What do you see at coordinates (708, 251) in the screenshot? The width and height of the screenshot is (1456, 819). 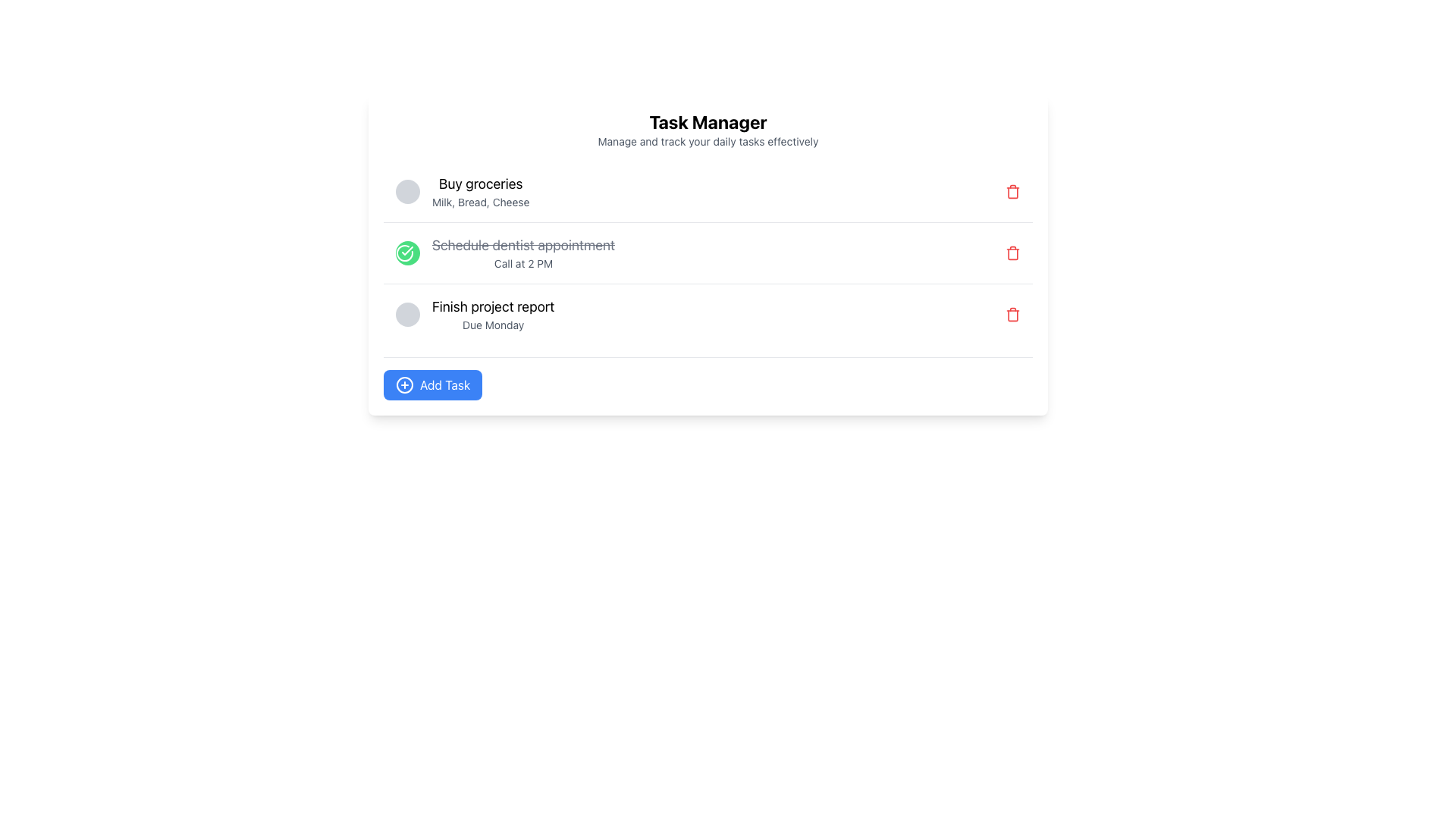 I see `the completed task item in the task manager application` at bounding box center [708, 251].